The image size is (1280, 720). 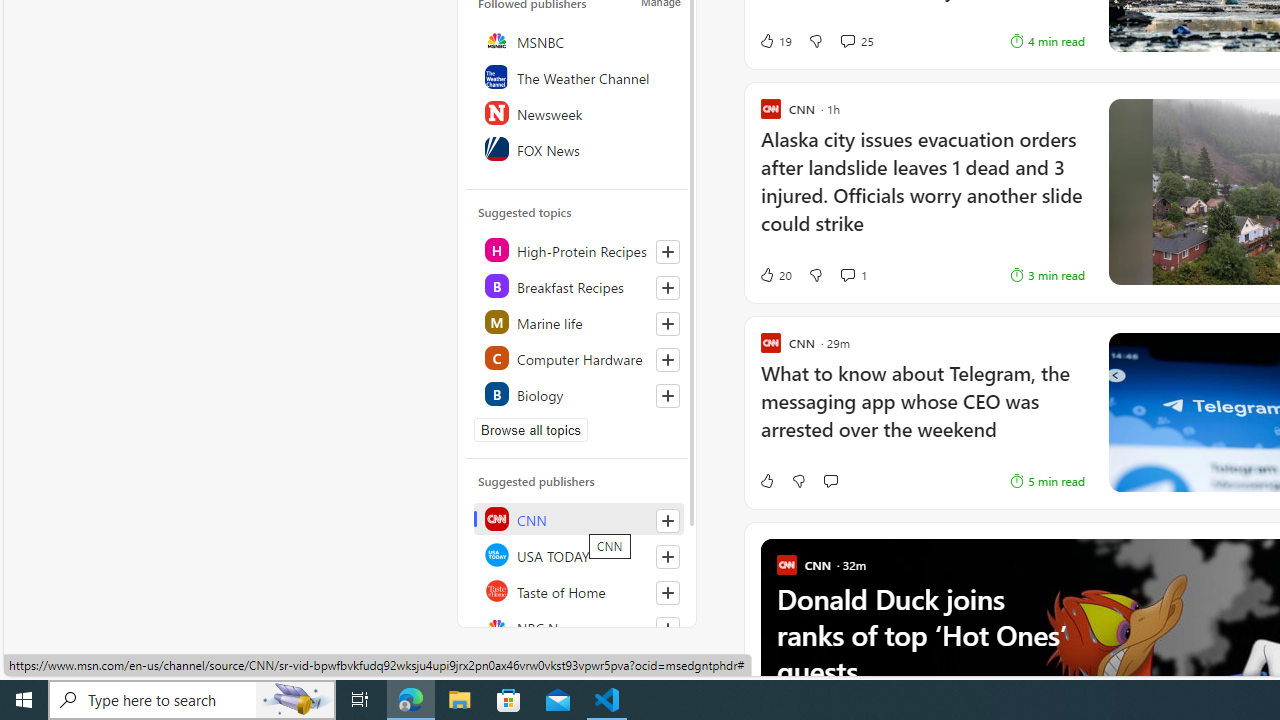 What do you see at coordinates (830, 480) in the screenshot?
I see `'Start the conversation'` at bounding box center [830, 480].